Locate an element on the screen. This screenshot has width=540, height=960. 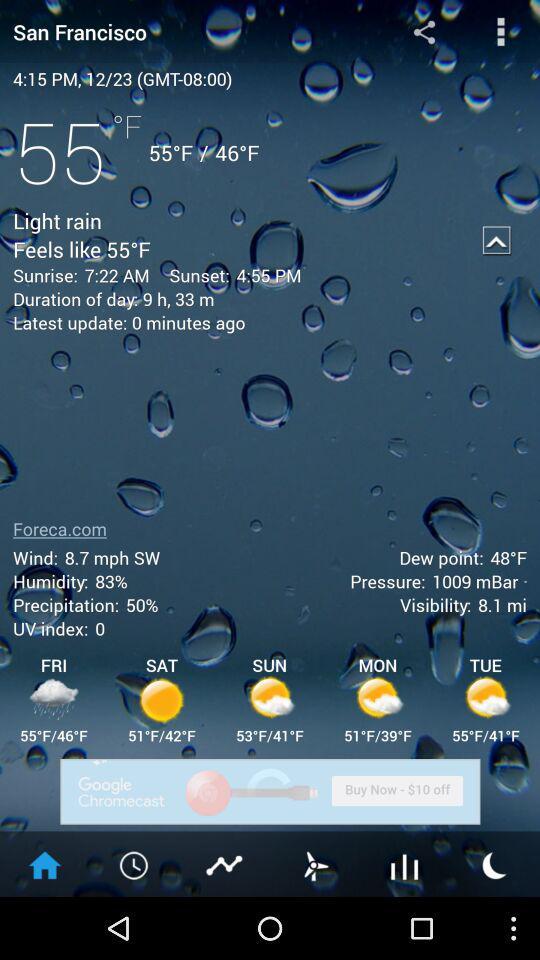
show temperature graph is located at coordinates (224, 863).